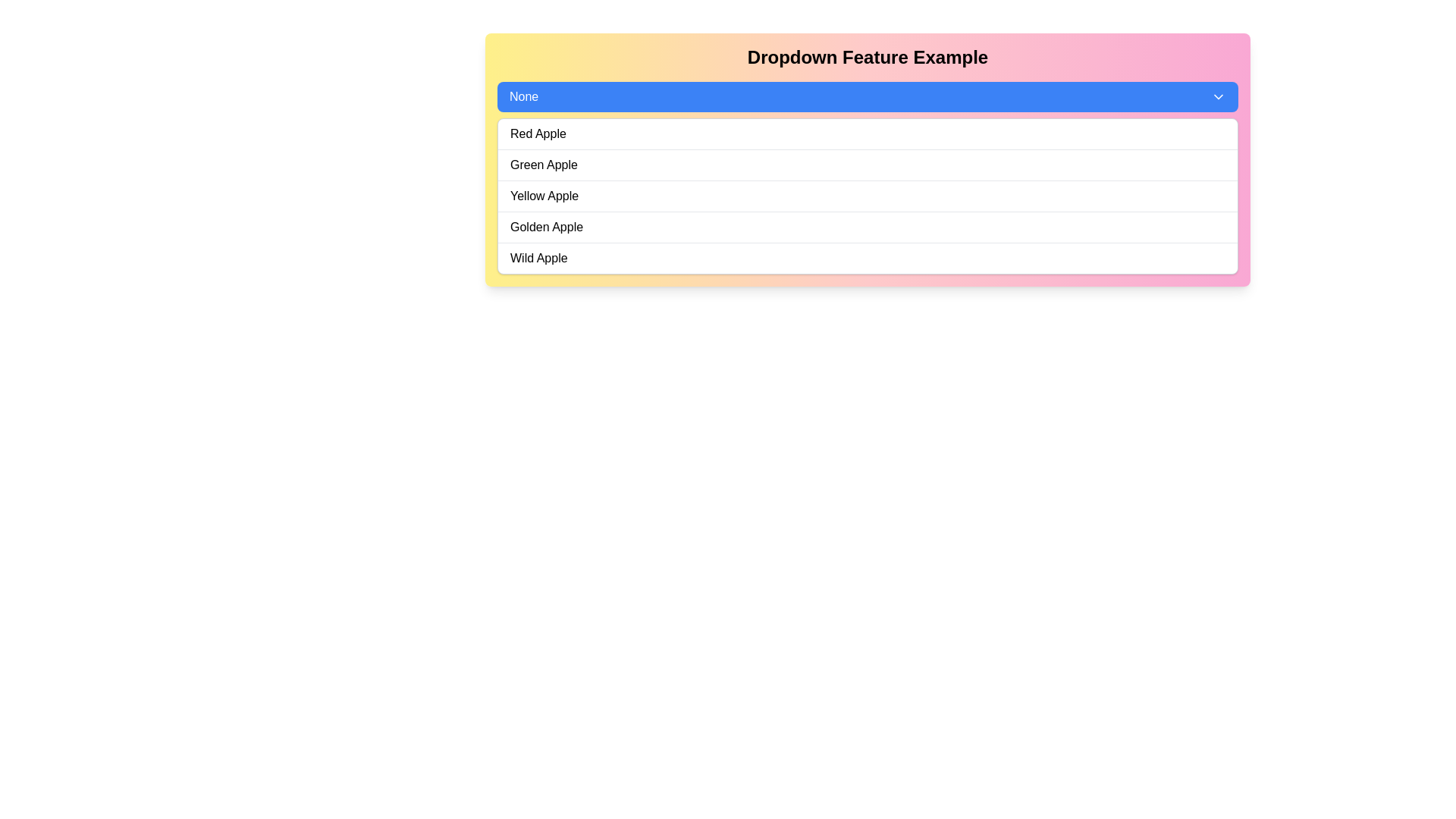 This screenshot has width=1456, height=819. What do you see at coordinates (868, 96) in the screenshot?
I see `the dropdown menu with a vibrant blue background and white text, located beneath the title 'Dropdown Feature Example', to enable keyboard navigation` at bounding box center [868, 96].